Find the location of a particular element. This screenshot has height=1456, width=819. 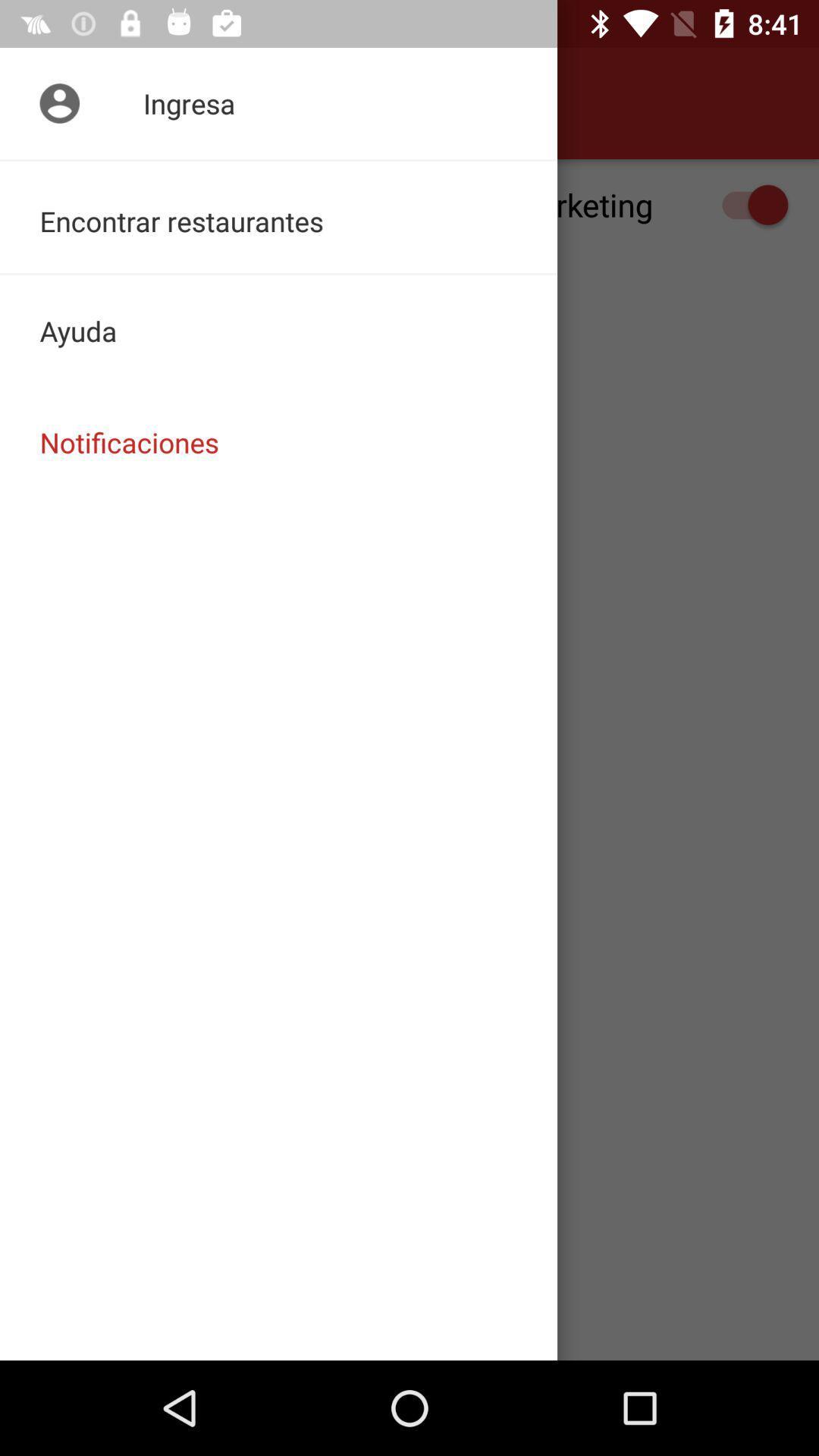

ingresa icon is located at coordinates (278, 102).